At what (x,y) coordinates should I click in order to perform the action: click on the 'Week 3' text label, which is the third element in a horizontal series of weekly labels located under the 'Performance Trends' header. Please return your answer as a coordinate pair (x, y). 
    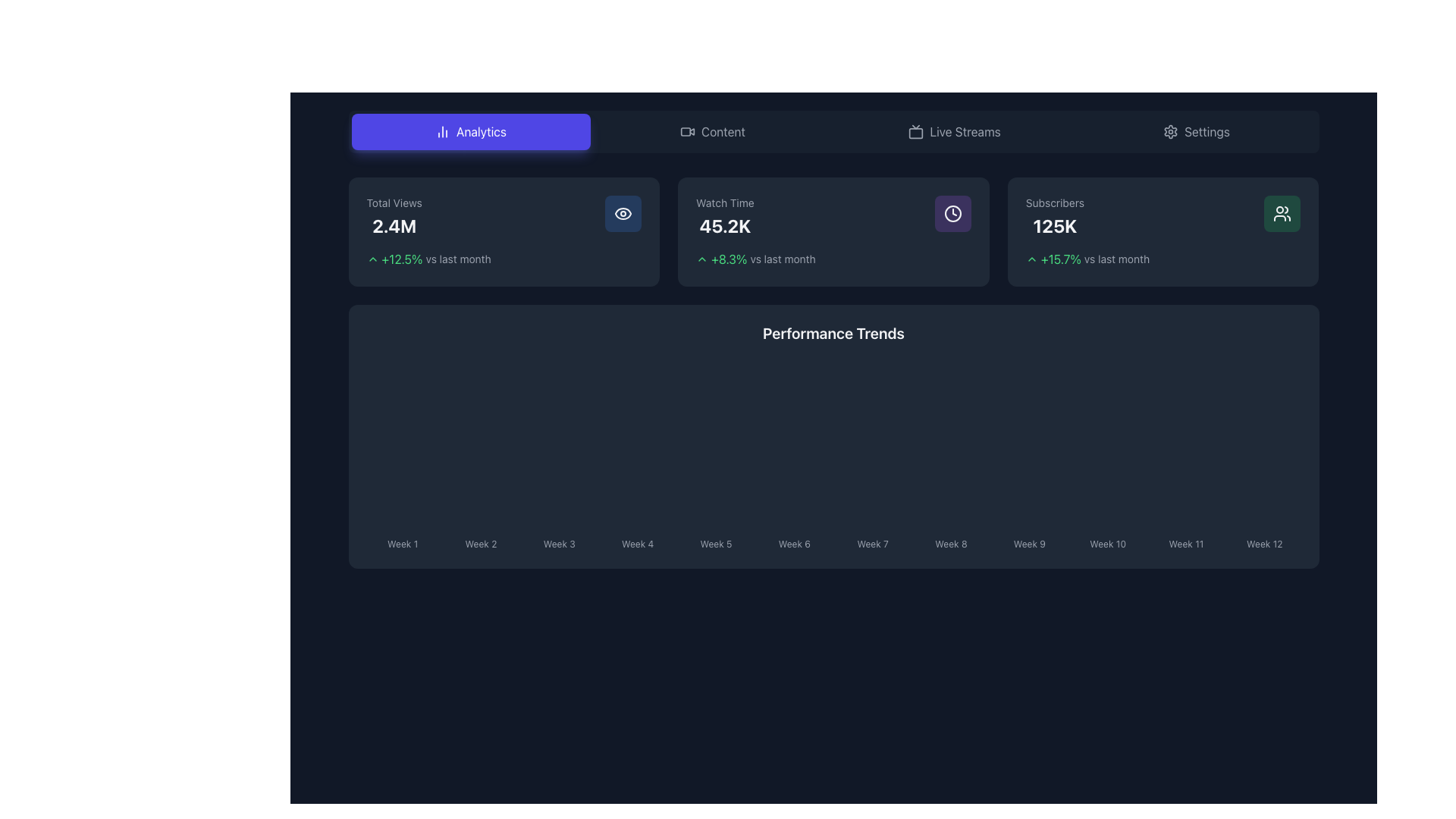
    Looking at the image, I should click on (558, 543).